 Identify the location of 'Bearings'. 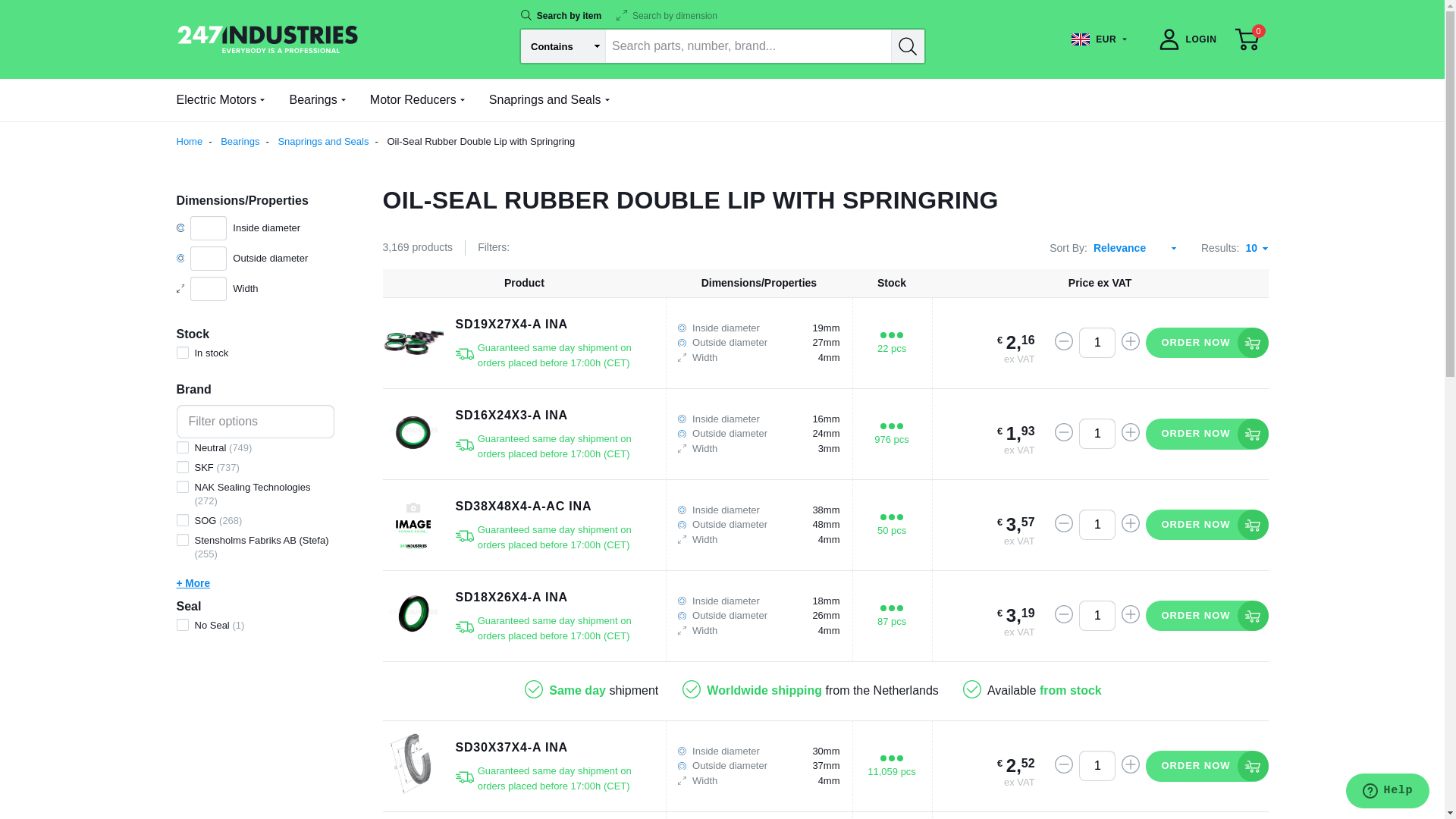
(247, 141).